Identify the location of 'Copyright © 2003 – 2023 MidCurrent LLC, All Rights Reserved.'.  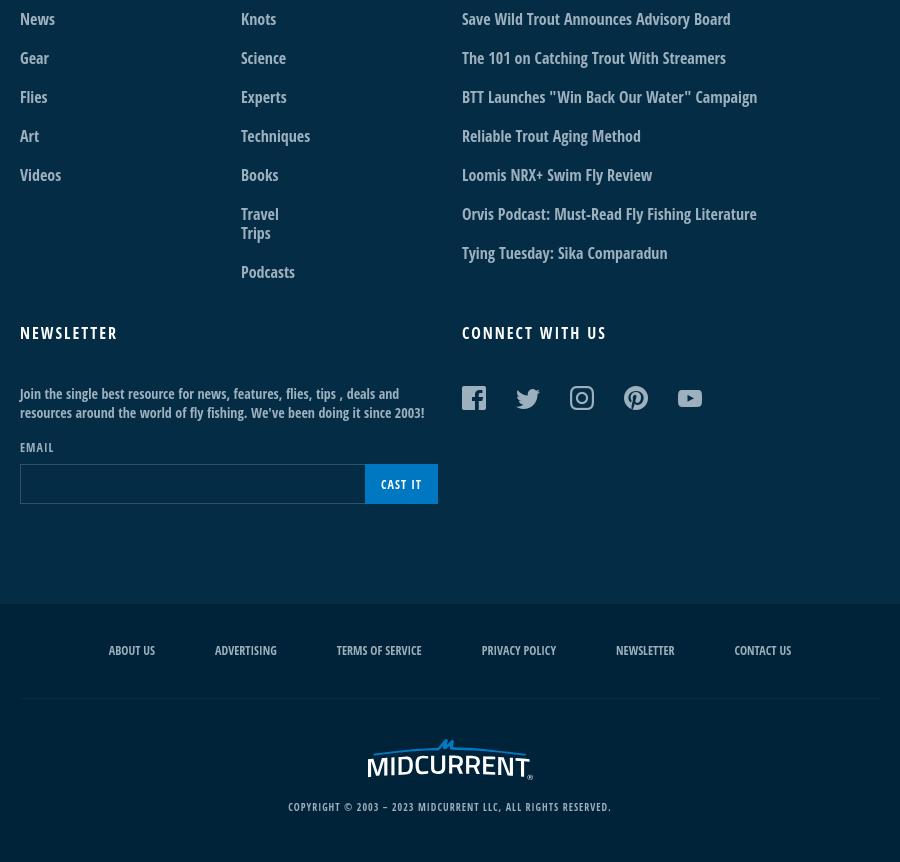
(449, 806).